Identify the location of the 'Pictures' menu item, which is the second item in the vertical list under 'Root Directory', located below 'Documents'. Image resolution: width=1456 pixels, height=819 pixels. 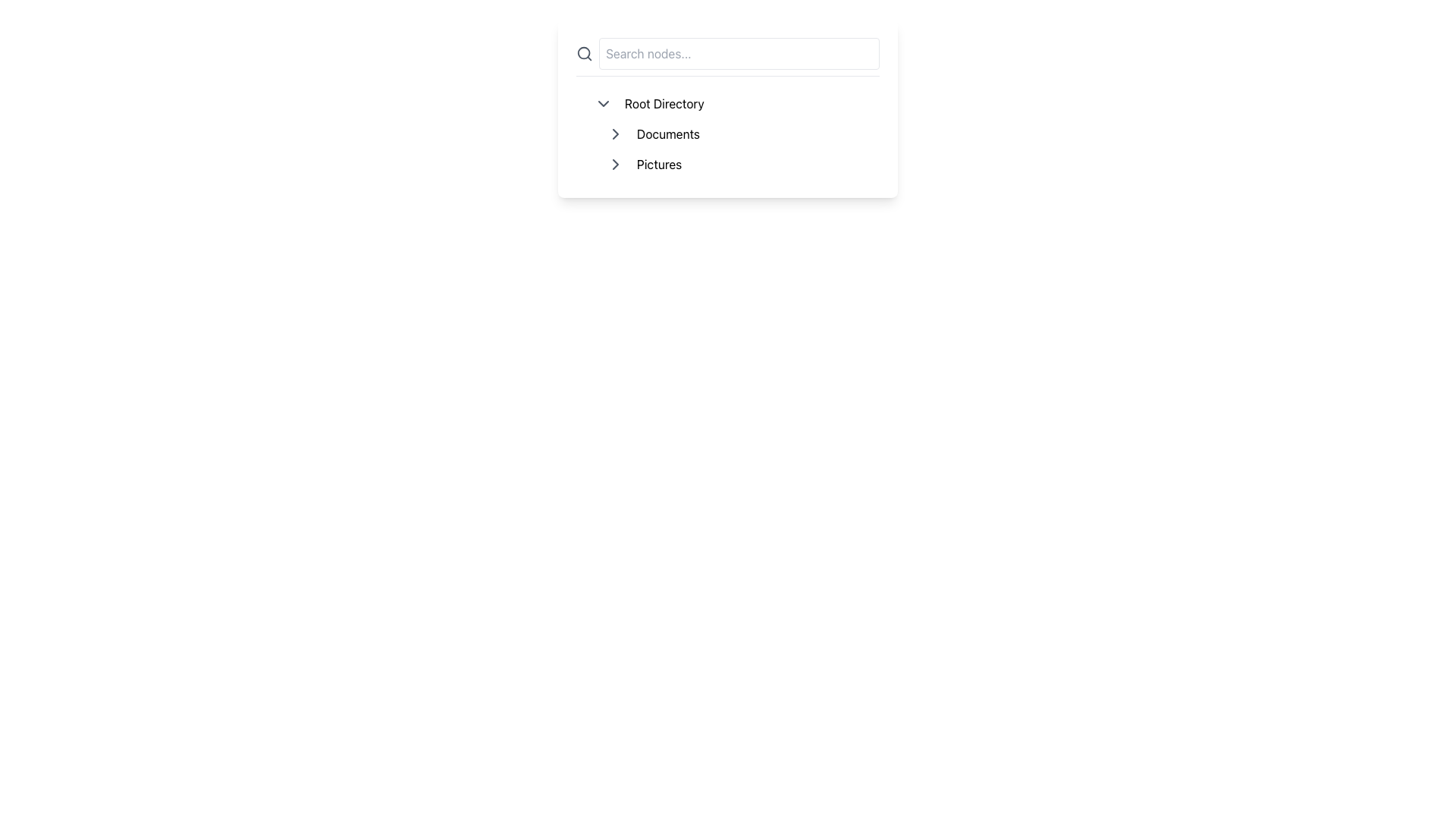
(734, 164).